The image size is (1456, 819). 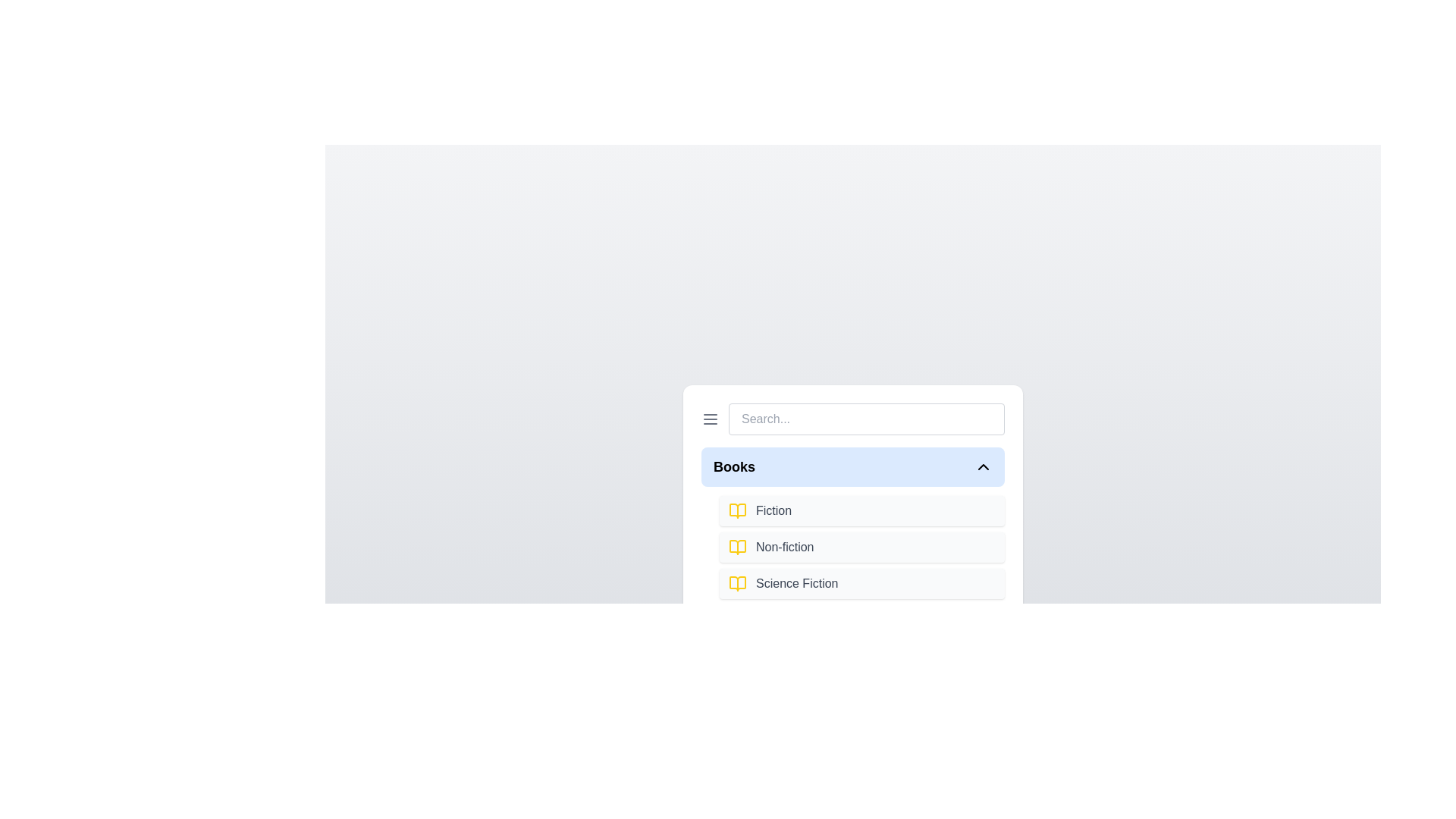 I want to click on the item Non-fiction from the expanded section, so click(x=862, y=547).